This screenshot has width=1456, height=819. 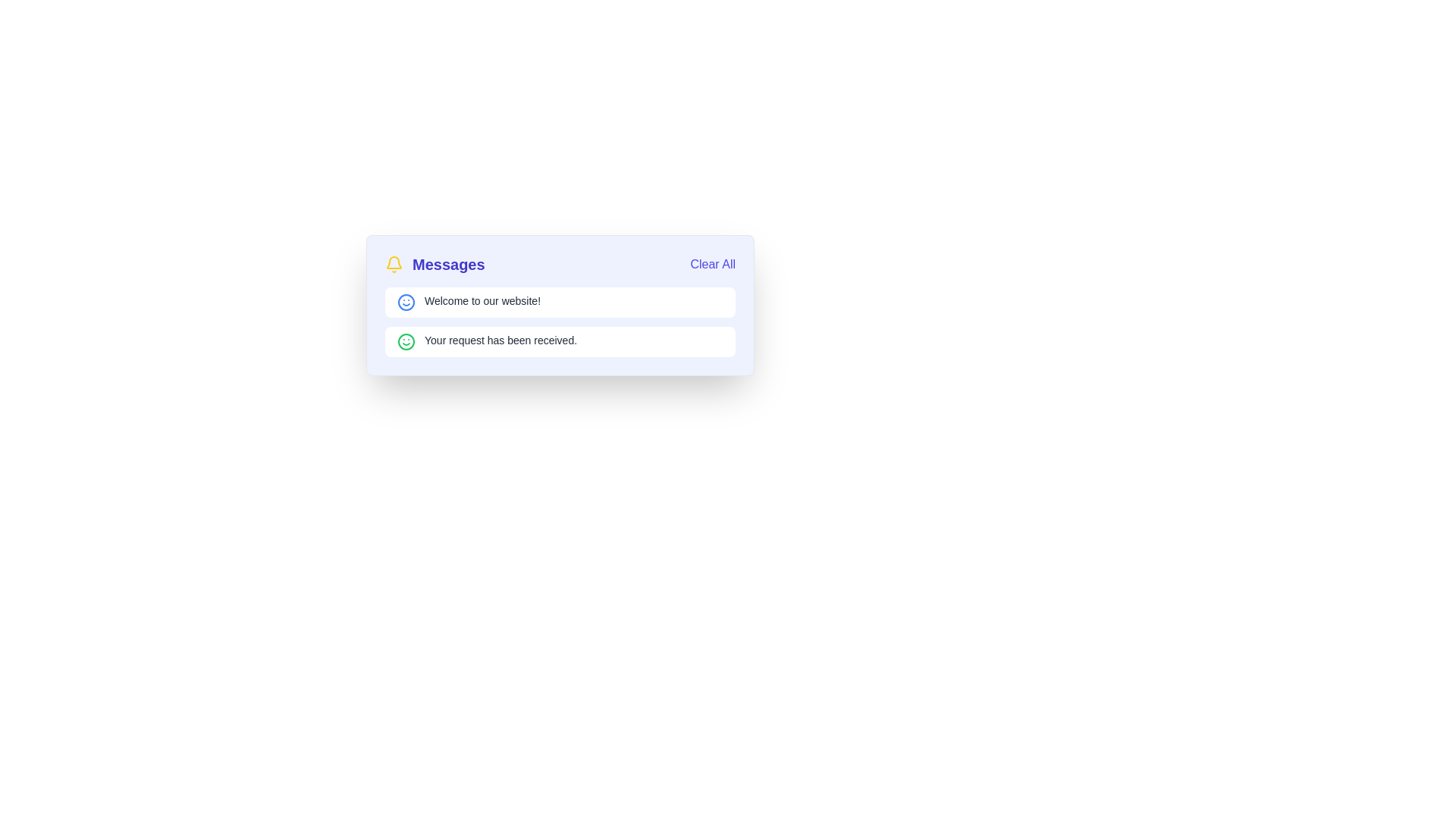 I want to click on the notification message that displays 'Your request has been received.', so click(x=560, y=342).